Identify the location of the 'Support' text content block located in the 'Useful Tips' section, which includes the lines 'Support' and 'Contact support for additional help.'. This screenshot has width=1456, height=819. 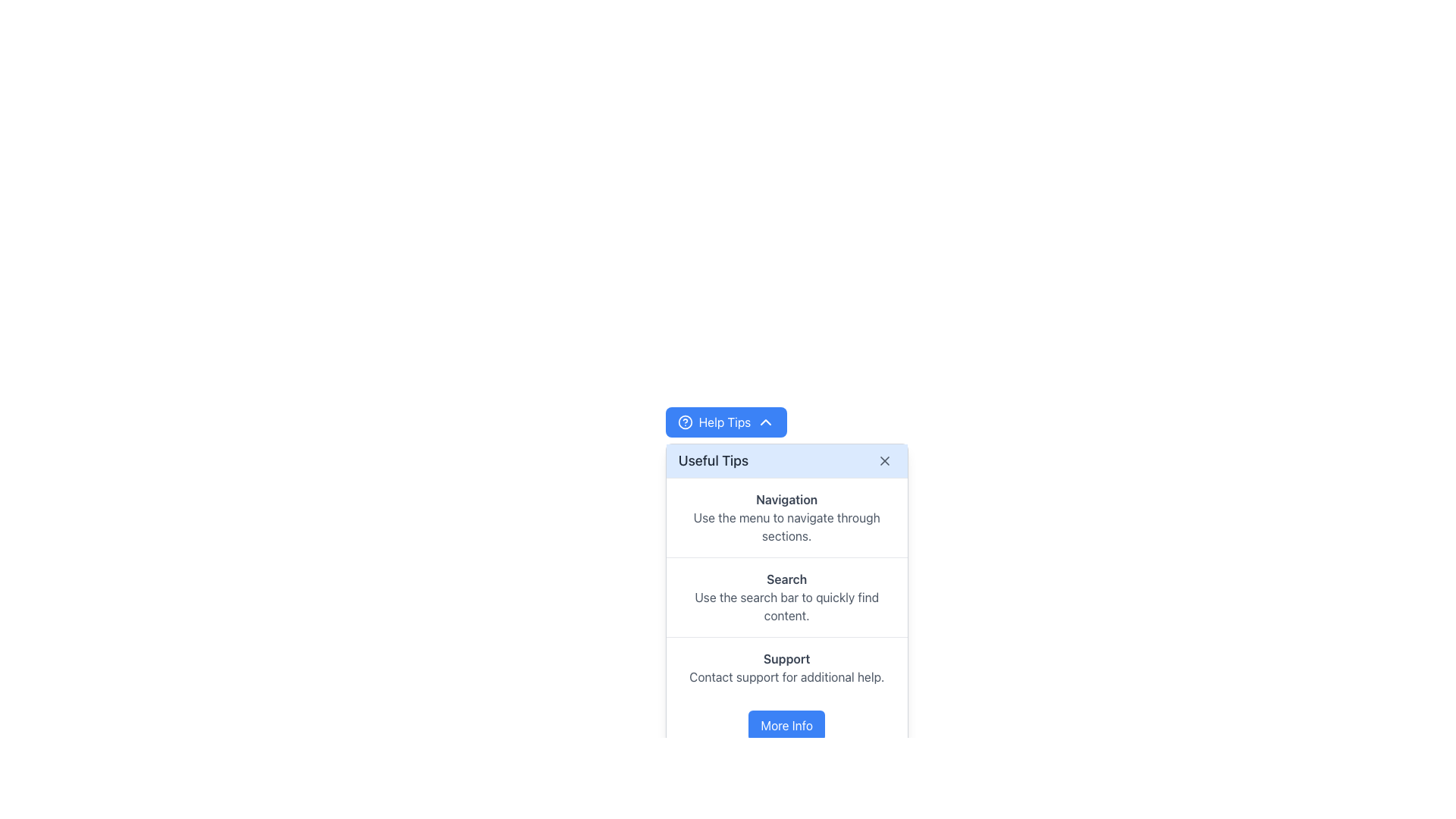
(786, 667).